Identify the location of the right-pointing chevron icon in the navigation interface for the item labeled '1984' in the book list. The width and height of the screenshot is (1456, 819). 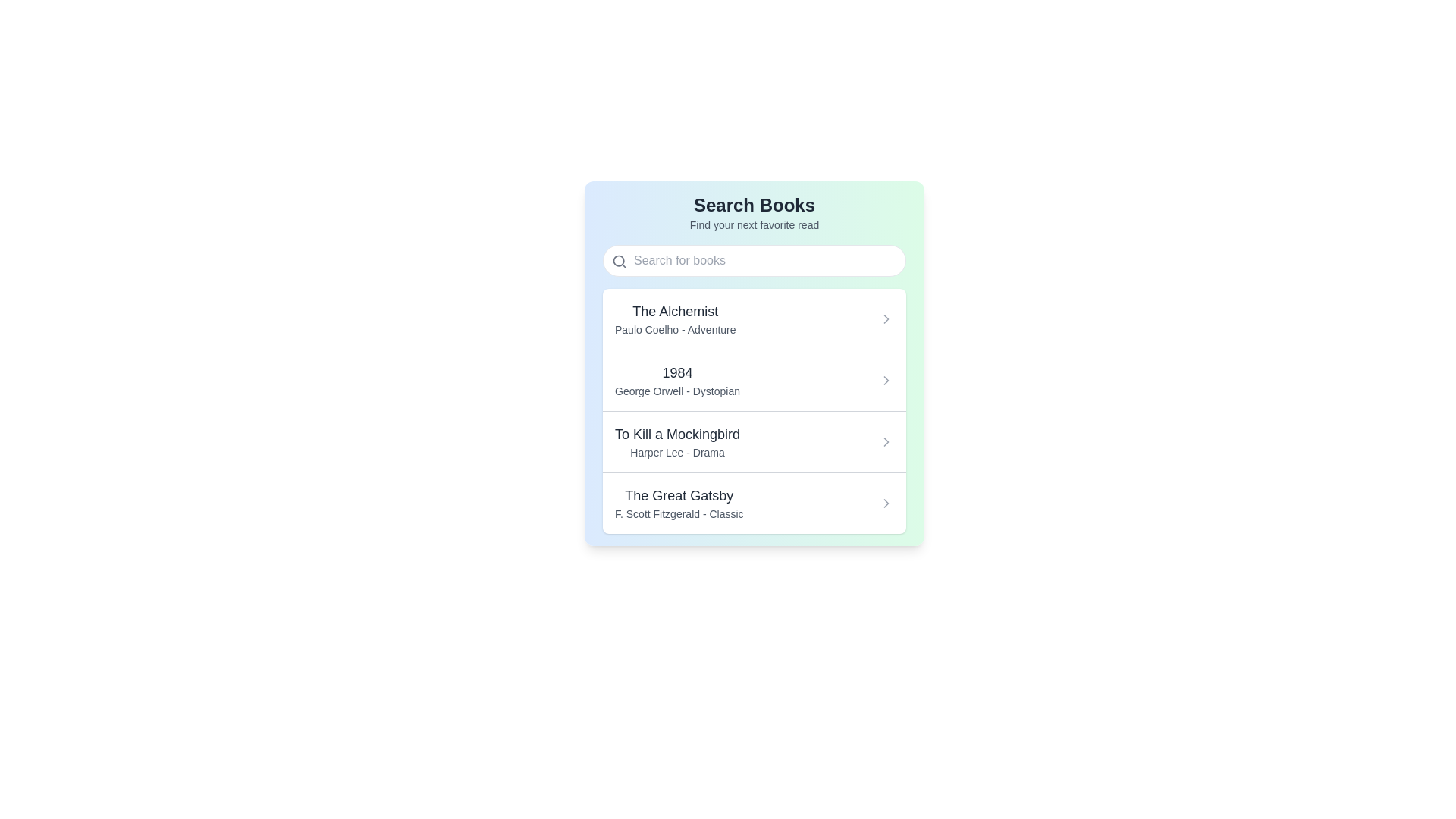
(886, 318).